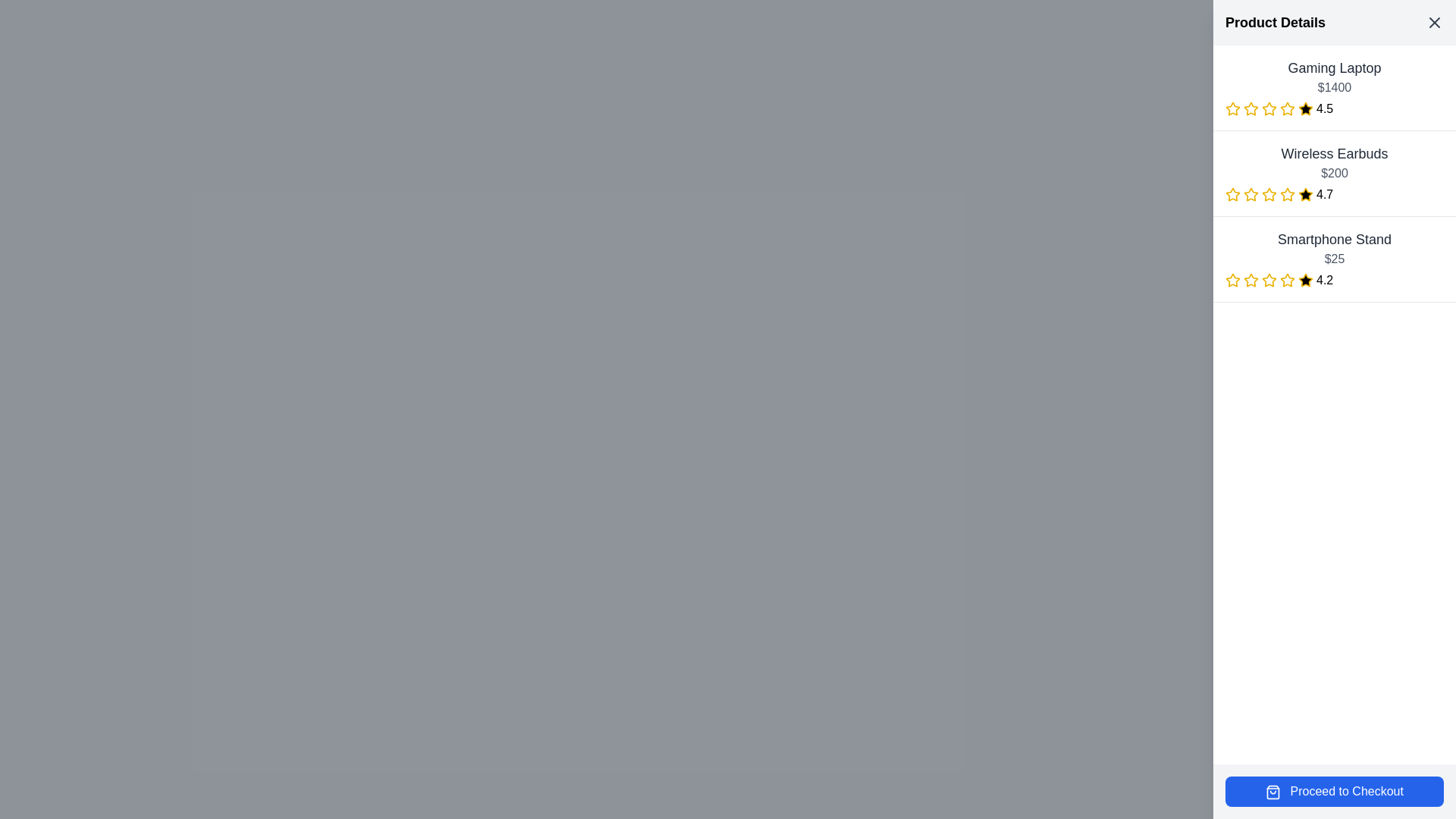 Image resolution: width=1456 pixels, height=819 pixels. What do you see at coordinates (1251, 281) in the screenshot?
I see `the yellow star icon, which is the third star in the rating sequence for the 'Smartphone Stand' product` at bounding box center [1251, 281].